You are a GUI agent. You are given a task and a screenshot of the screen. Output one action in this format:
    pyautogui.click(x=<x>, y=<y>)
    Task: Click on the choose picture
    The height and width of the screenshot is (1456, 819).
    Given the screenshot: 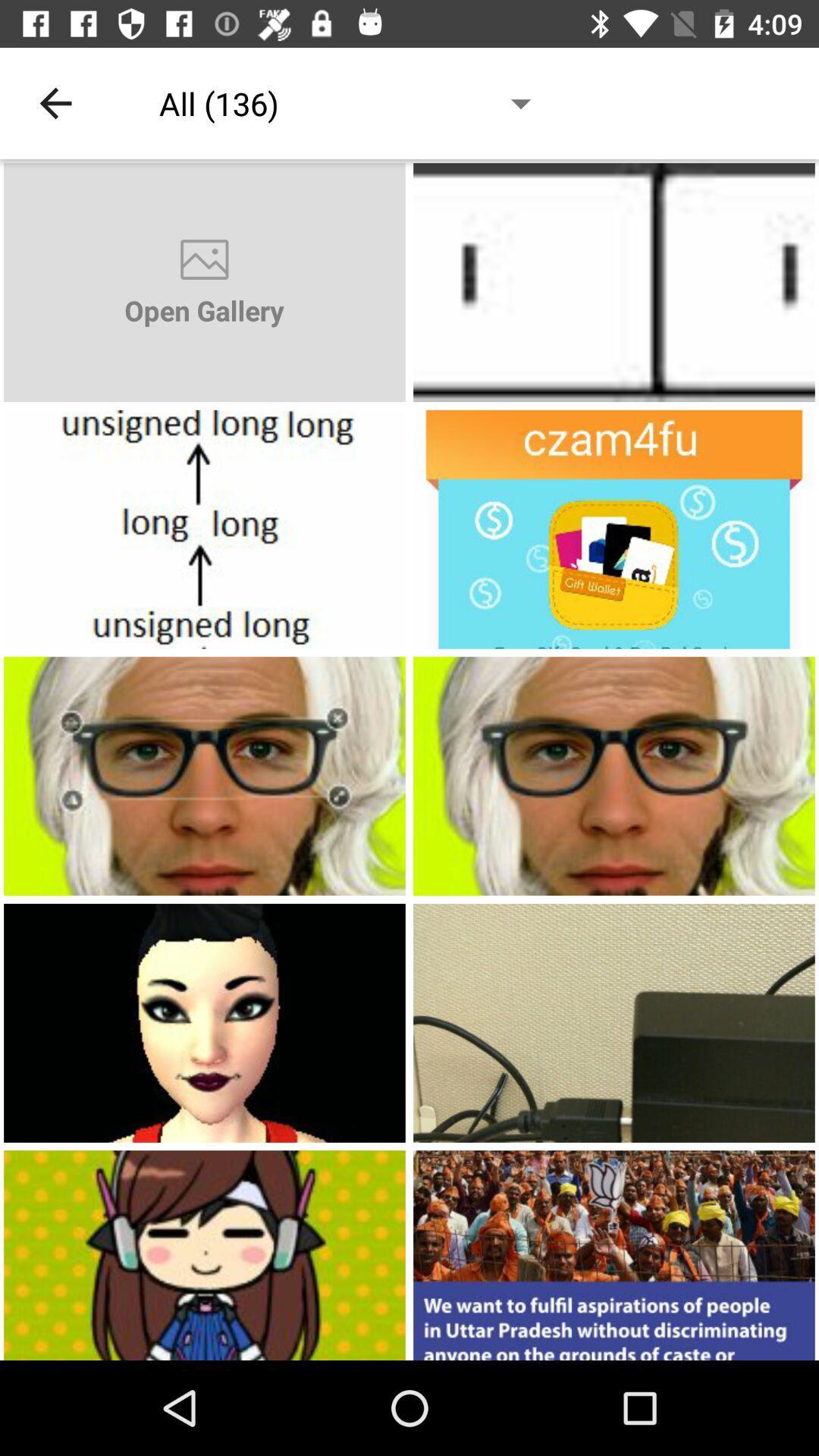 What is the action you would take?
    pyautogui.click(x=205, y=1023)
    